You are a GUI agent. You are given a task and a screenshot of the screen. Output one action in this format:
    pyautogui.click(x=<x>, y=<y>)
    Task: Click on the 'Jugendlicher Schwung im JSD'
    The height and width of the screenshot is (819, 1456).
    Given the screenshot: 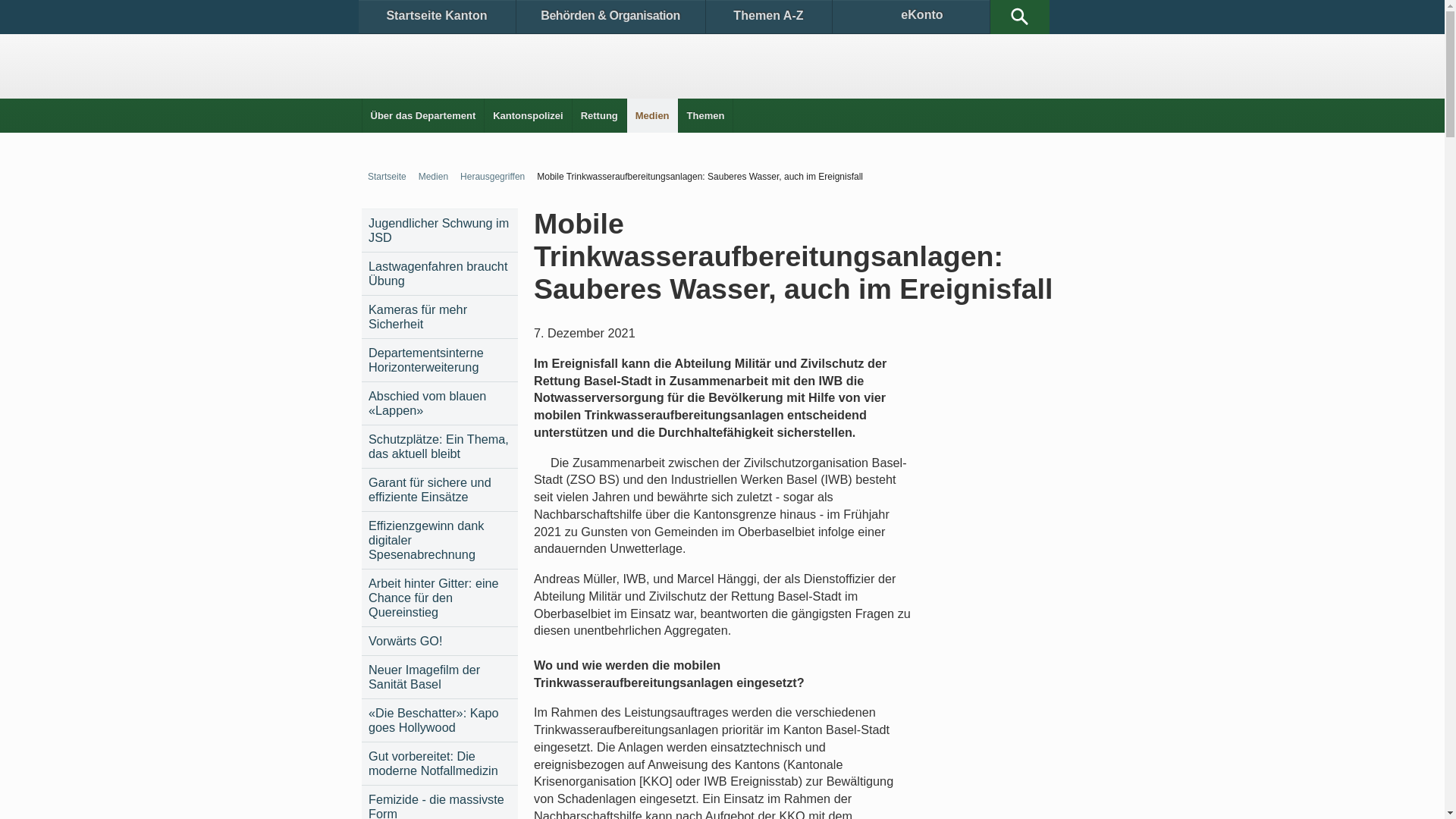 What is the action you would take?
    pyautogui.click(x=439, y=231)
    